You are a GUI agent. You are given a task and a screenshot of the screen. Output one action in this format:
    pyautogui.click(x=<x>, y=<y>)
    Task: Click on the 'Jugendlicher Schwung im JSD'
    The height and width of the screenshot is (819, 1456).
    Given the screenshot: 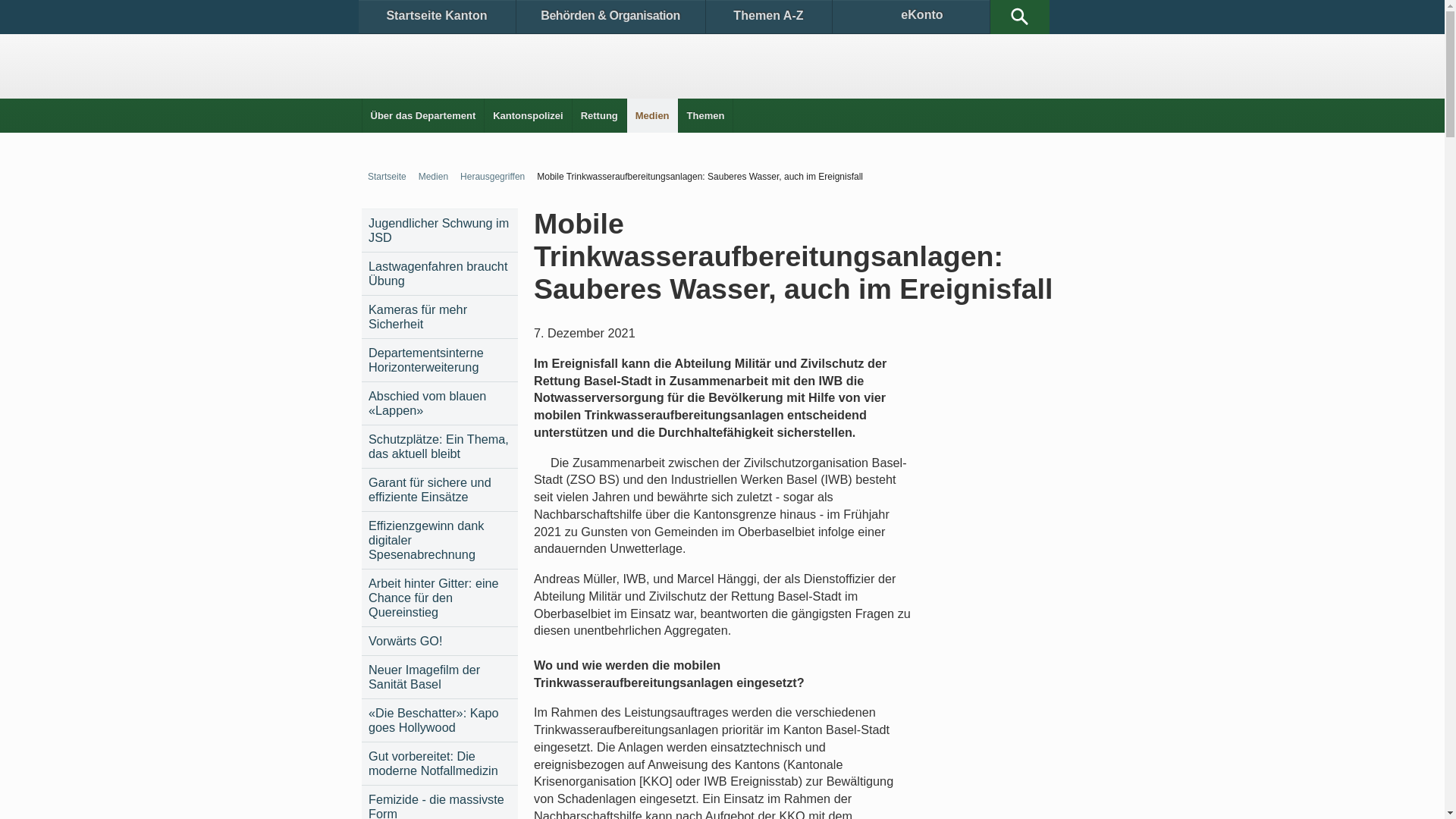 What is the action you would take?
    pyautogui.click(x=439, y=231)
    